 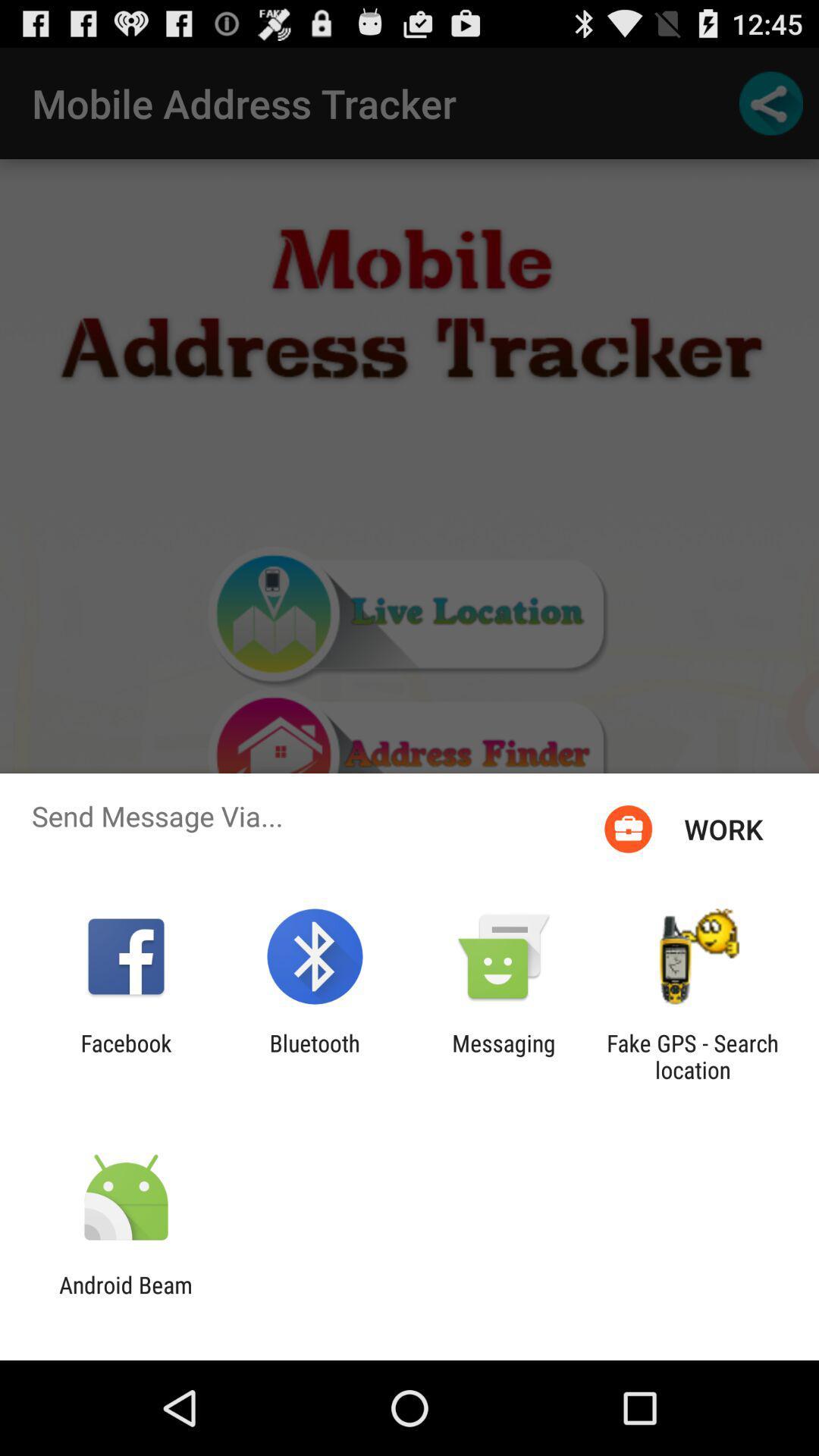 I want to click on app next to the bluetooth icon, so click(x=504, y=1056).